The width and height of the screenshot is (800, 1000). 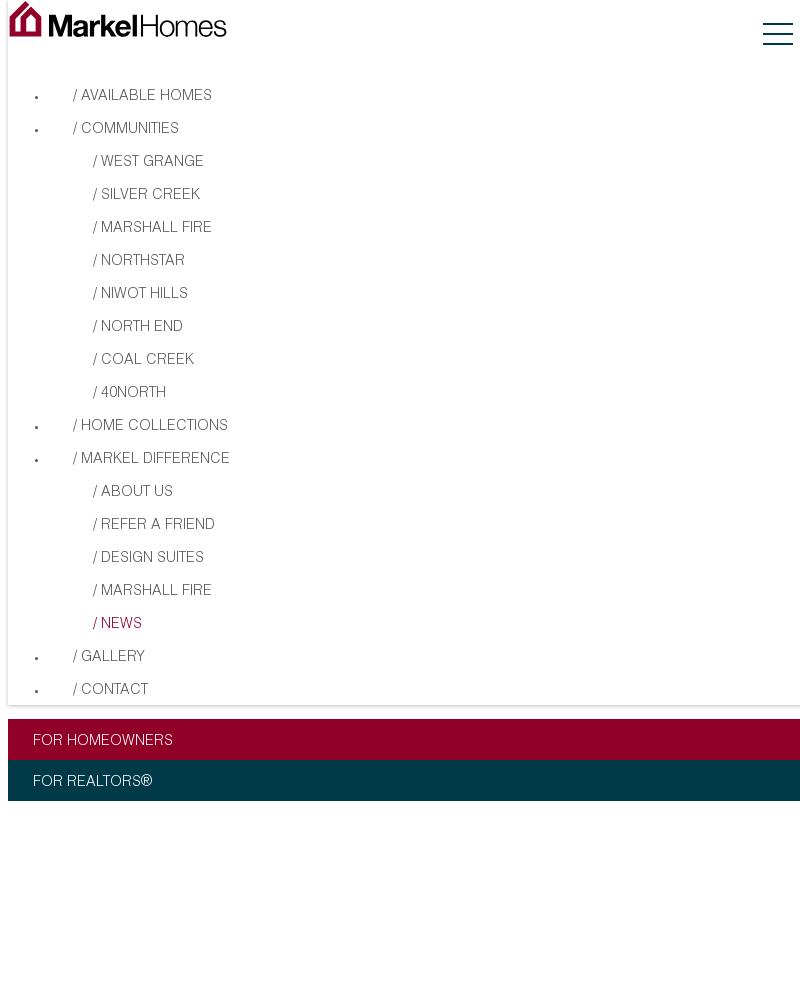 I want to click on 'Silver Creek', so click(x=150, y=194).